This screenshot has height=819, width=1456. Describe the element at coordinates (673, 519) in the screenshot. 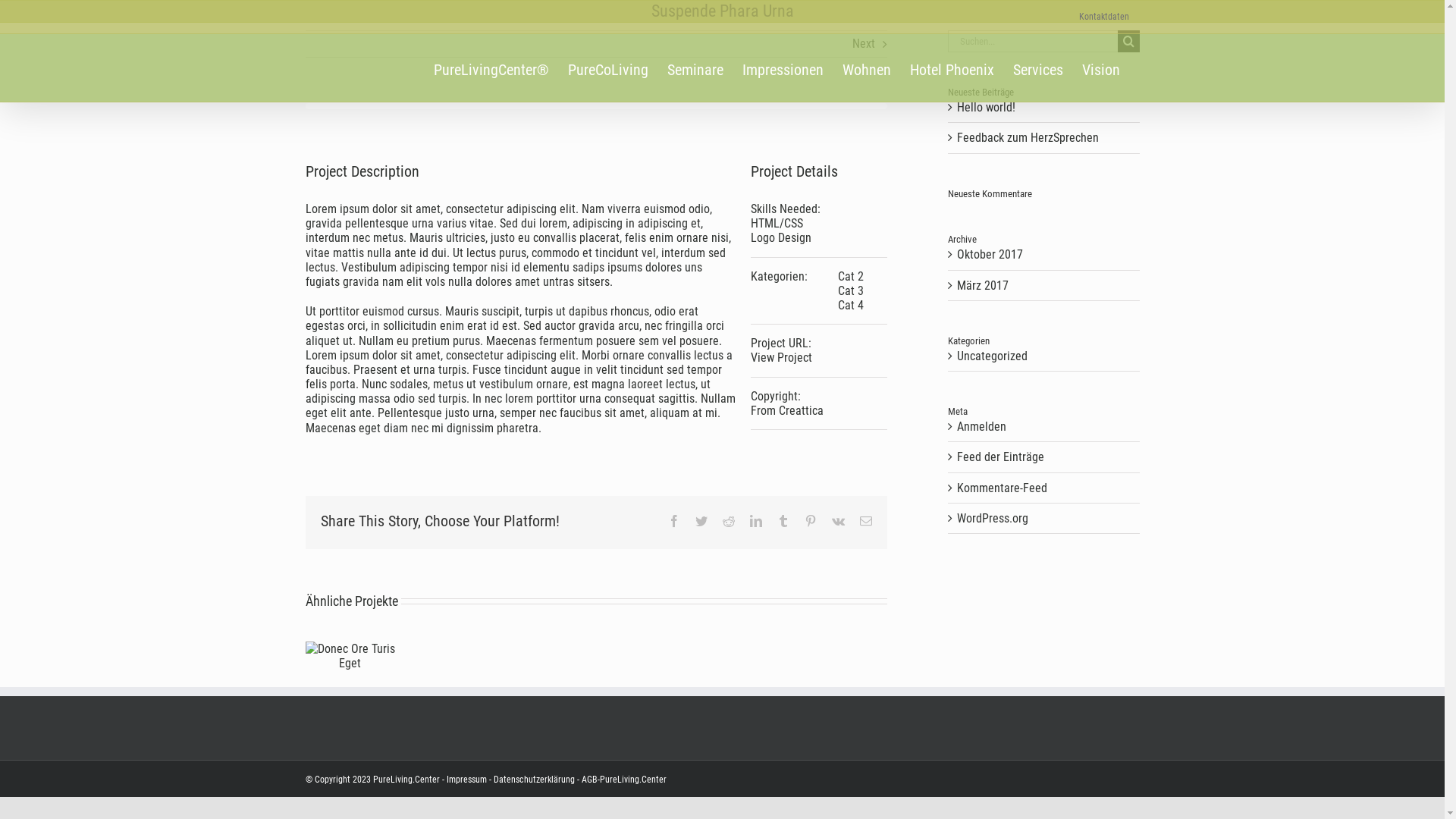

I see `'Facebook'` at that location.